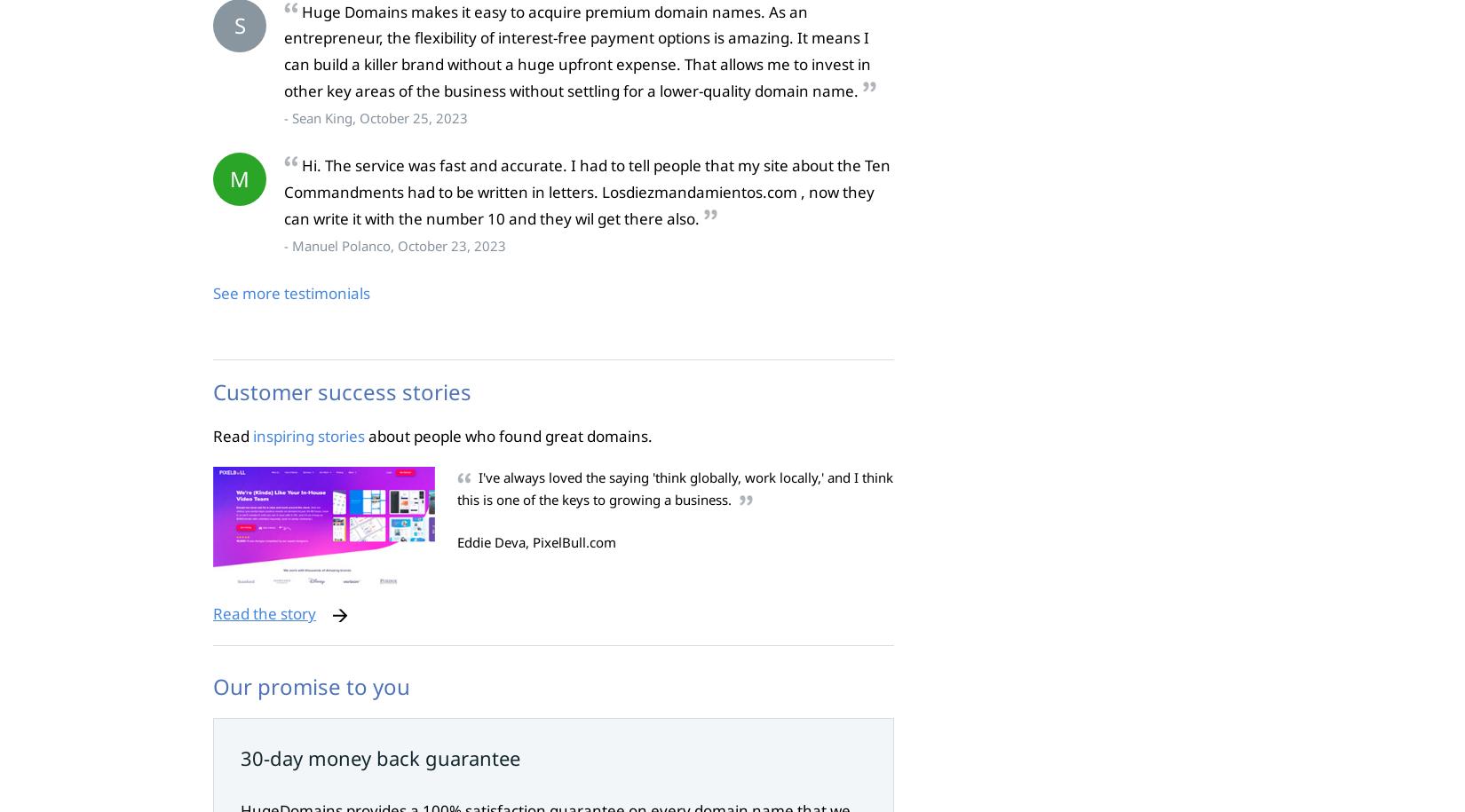 Image resolution: width=1465 pixels, height=812 pixels. Describe the element at coordinates (535, 542) in the screenshot. I see `'Eddie Deva, PixelBull.com'` at that location.